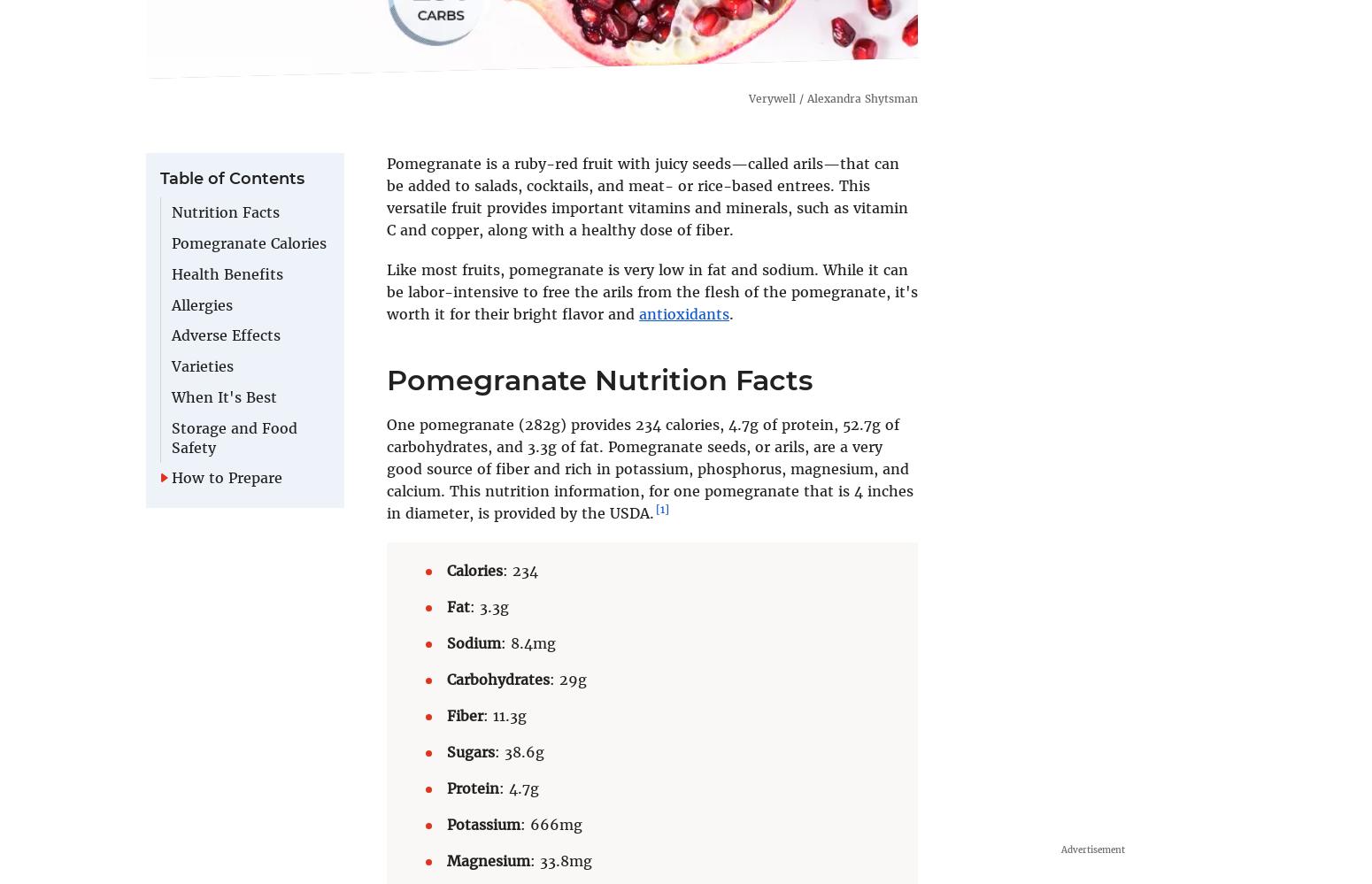 The width and height of the screenshot is (1372, 884). Describe the element at coordinates (226, 335) in the screenshot. I see `'Adverse Effects'` at that location.